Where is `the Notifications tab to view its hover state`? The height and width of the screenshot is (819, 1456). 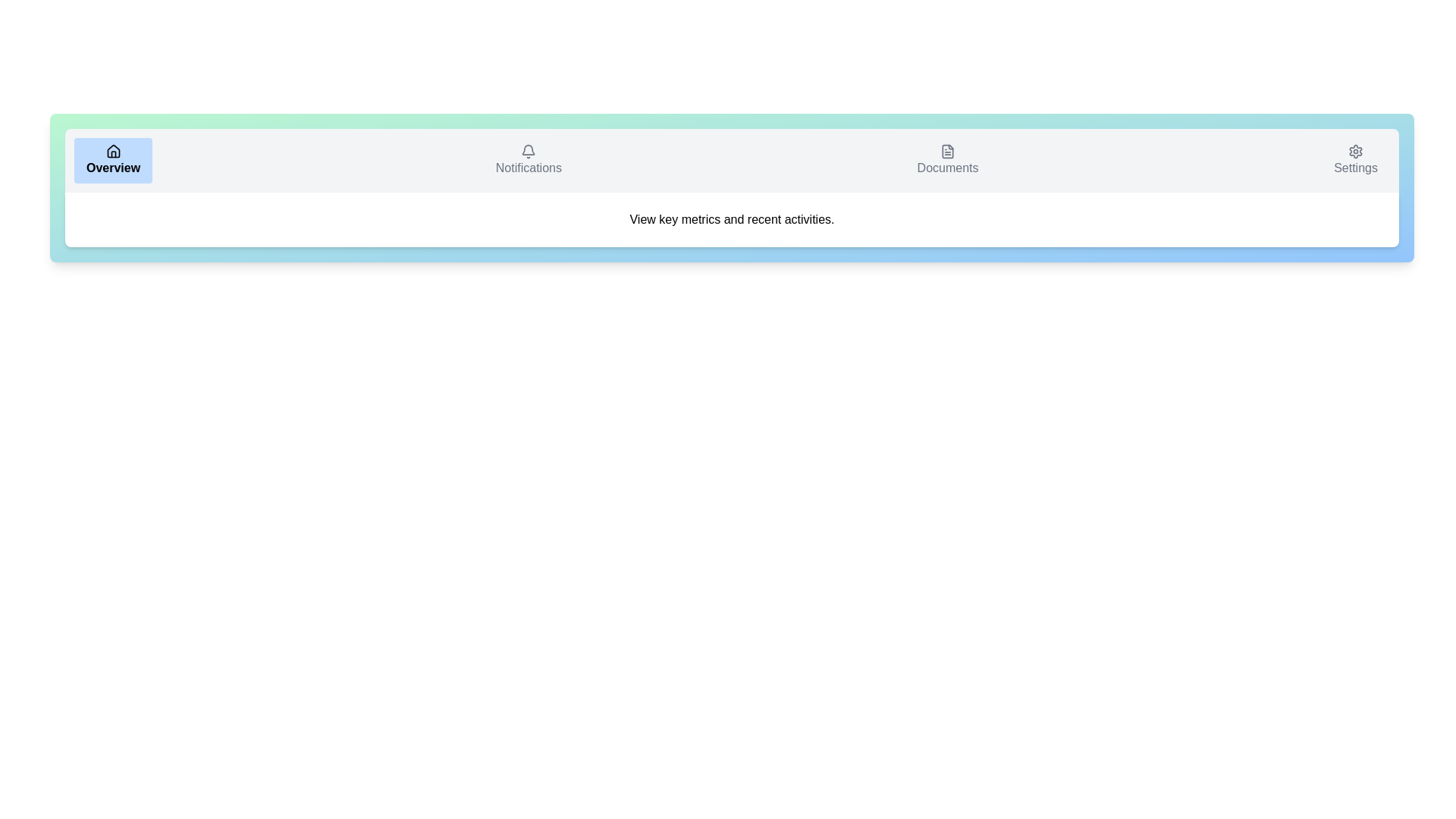
the Notifications tab to view its hover state is located at coordinates (528, 161).